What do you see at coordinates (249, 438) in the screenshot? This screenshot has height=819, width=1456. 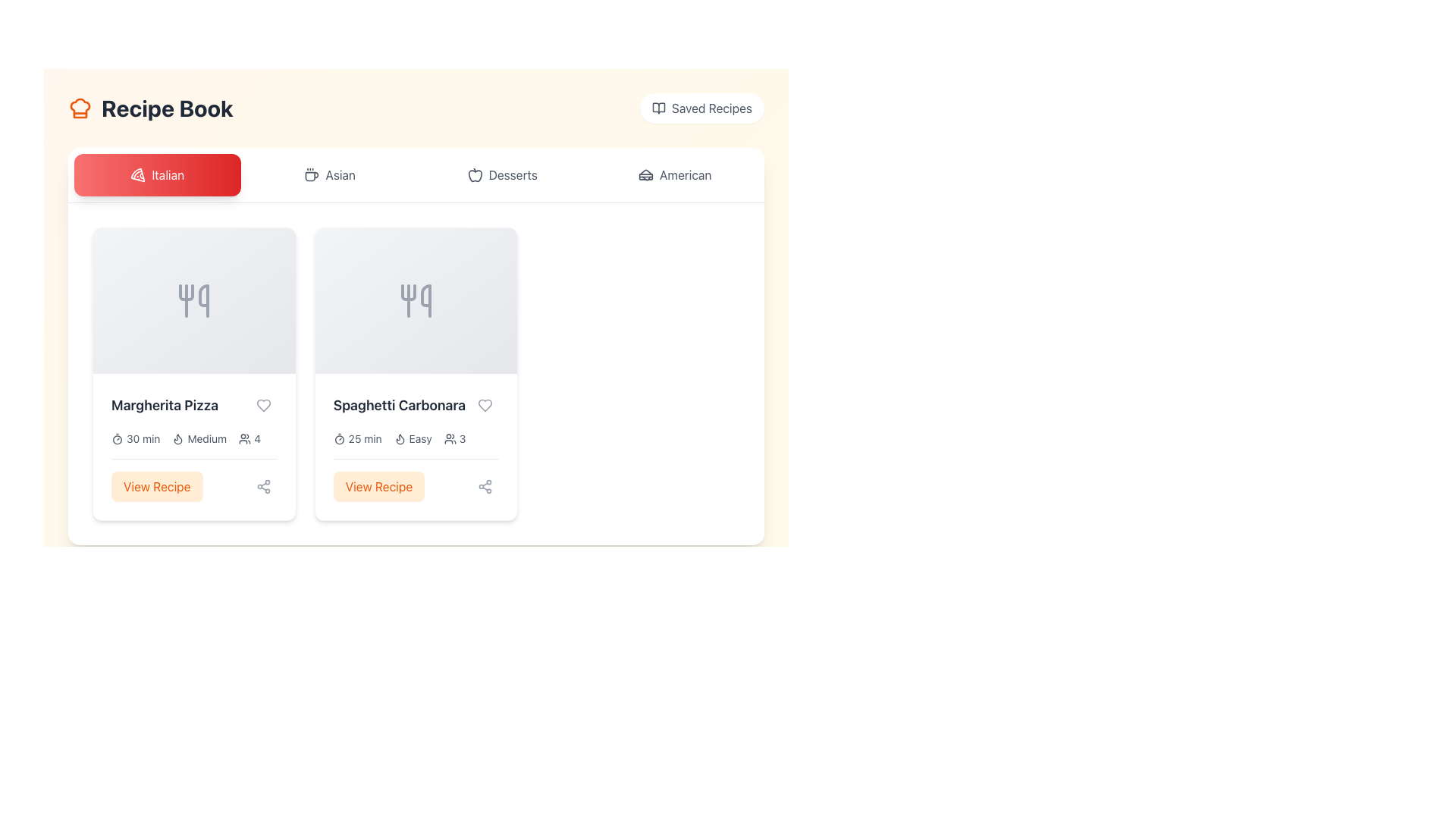 I see `the label displaying the number '4' with a group icon, which is the third item in the horizontal group under the 'Margherita Pizza' recipe card, positioned to the right of the 'Medium' difficulty label` at bounding box center [249, 438].